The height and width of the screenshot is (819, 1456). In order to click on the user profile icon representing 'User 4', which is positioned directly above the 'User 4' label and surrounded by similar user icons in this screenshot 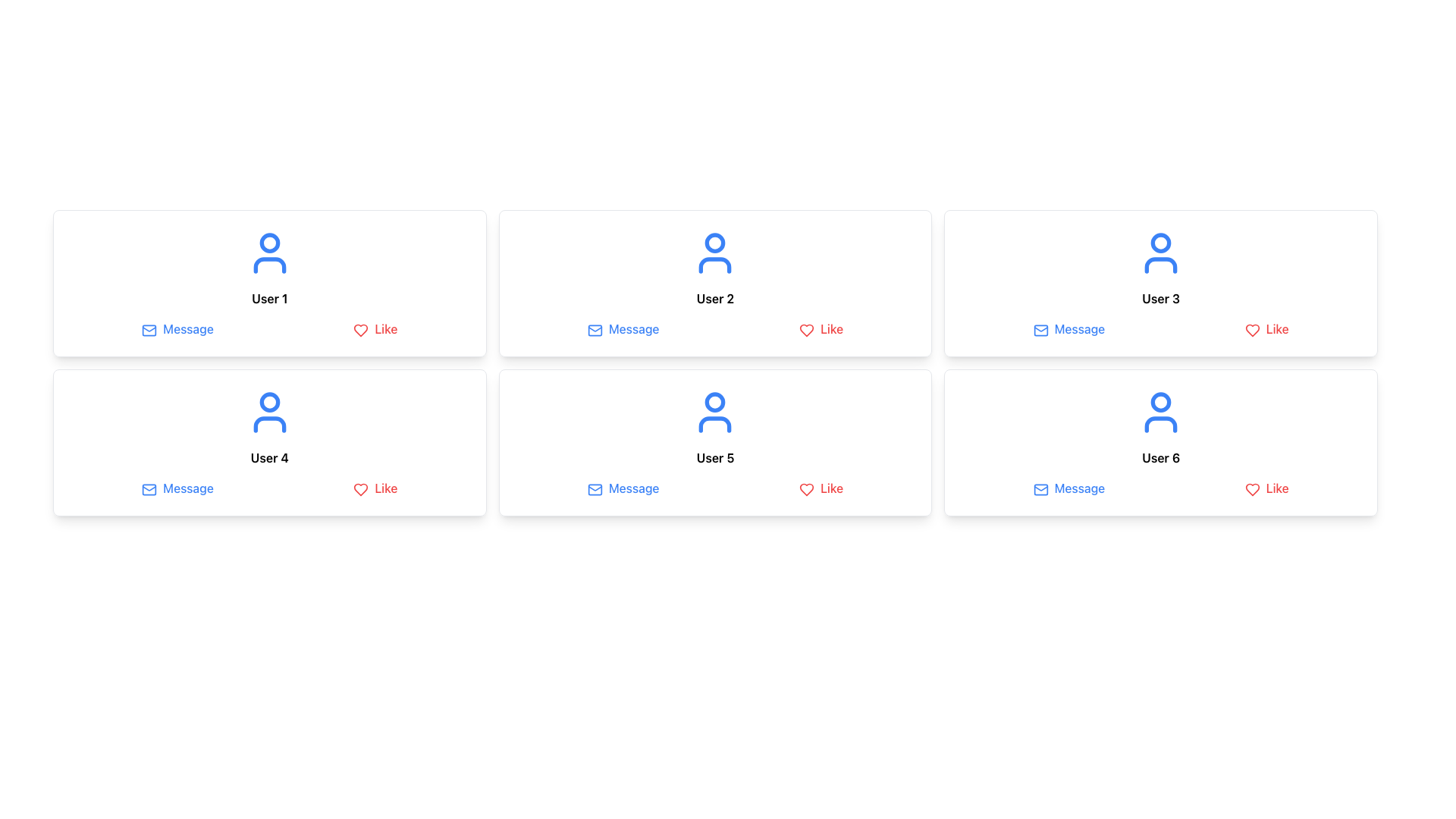, I will do `click(269, 412)`.